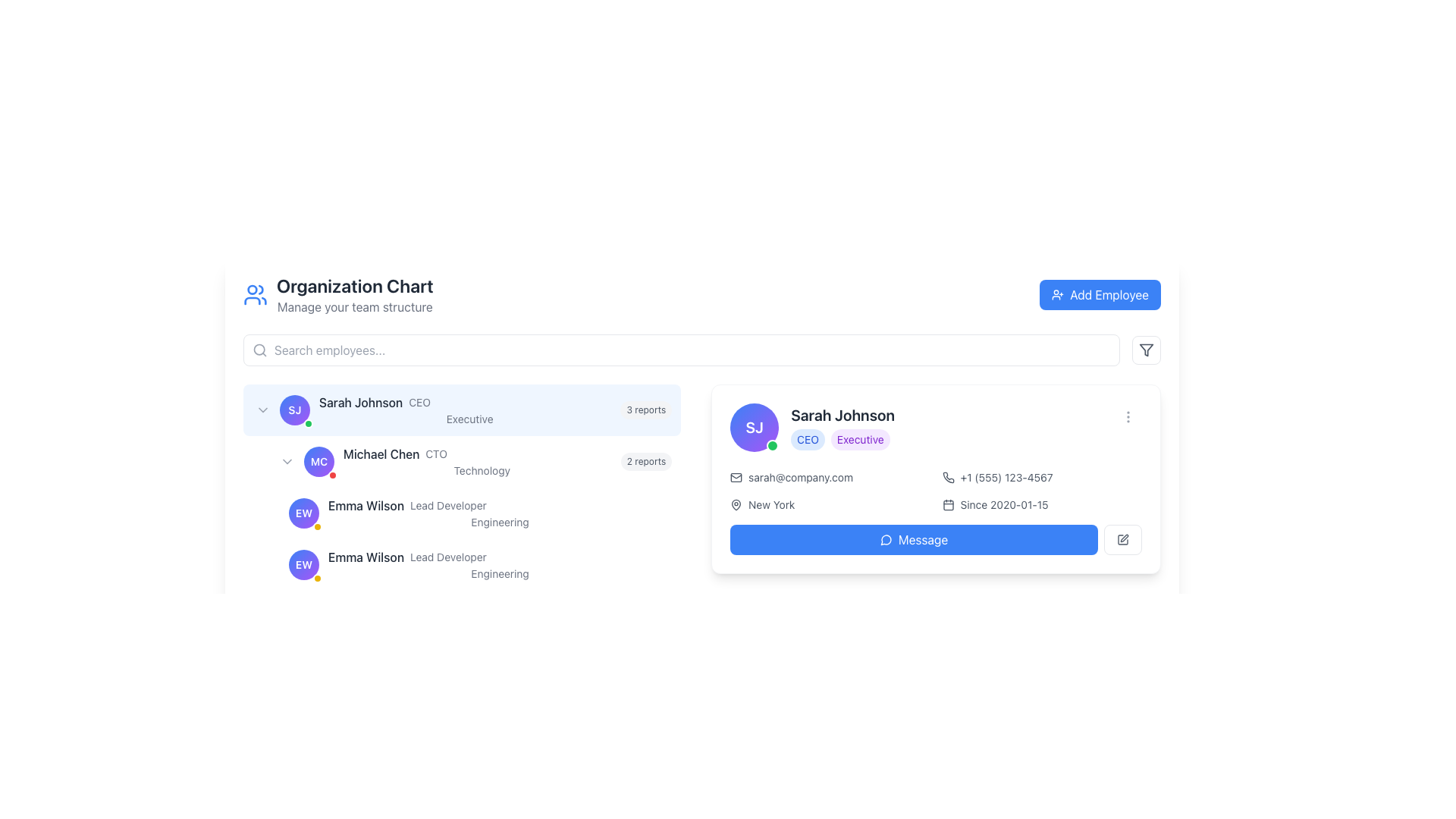 The height and width of the screenshot is (819, 1456). What do you see at coordinates (354, 295) in the screenshot?
I see `contents of the text block located in the top-left section of the interface, which serves as a title and description for managing the organization's team structure` at bounding box center [354, 295].